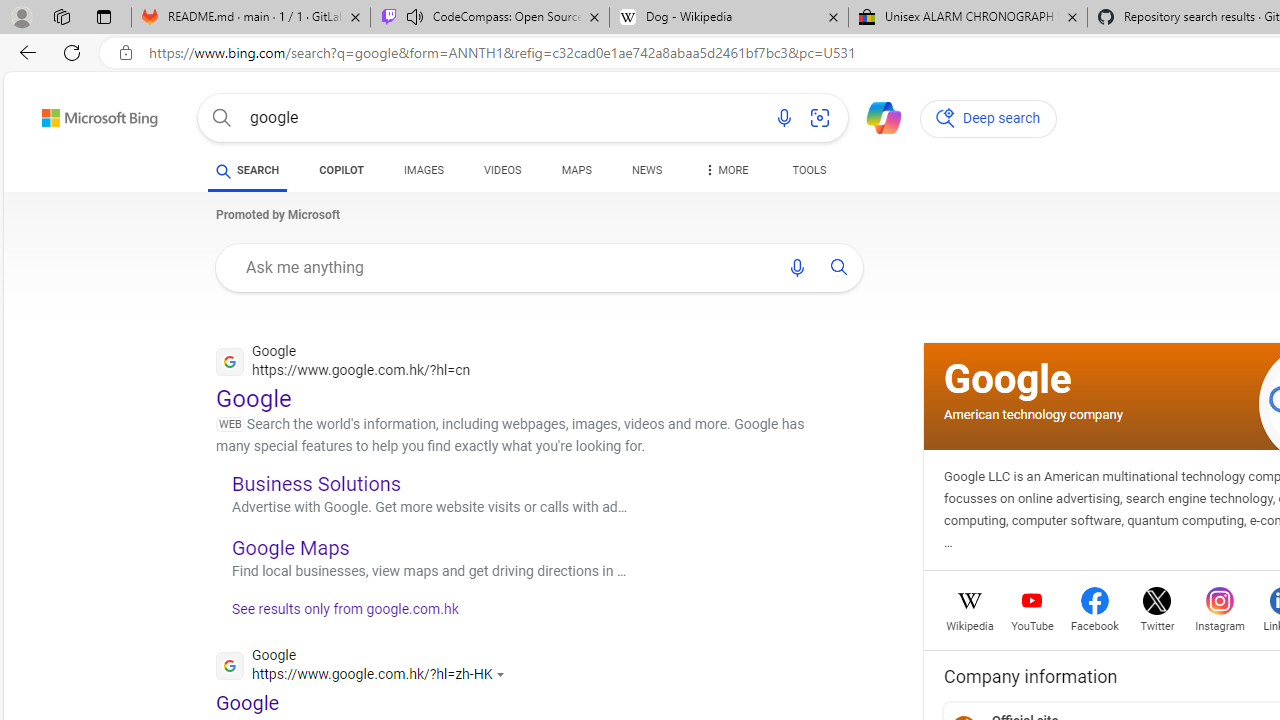 This screenshot has width=1280, height=720. I want to click on 'MAPS', so click(575, 172).